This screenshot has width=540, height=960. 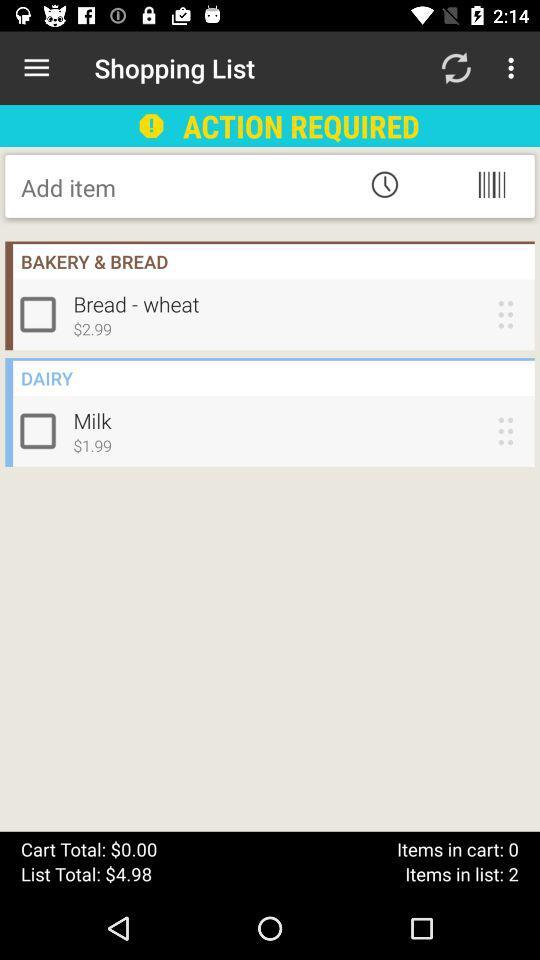 What do you see at coordinates (384, 184) in the screenshot?
I see `reminder` at bounding box center [384, 184].